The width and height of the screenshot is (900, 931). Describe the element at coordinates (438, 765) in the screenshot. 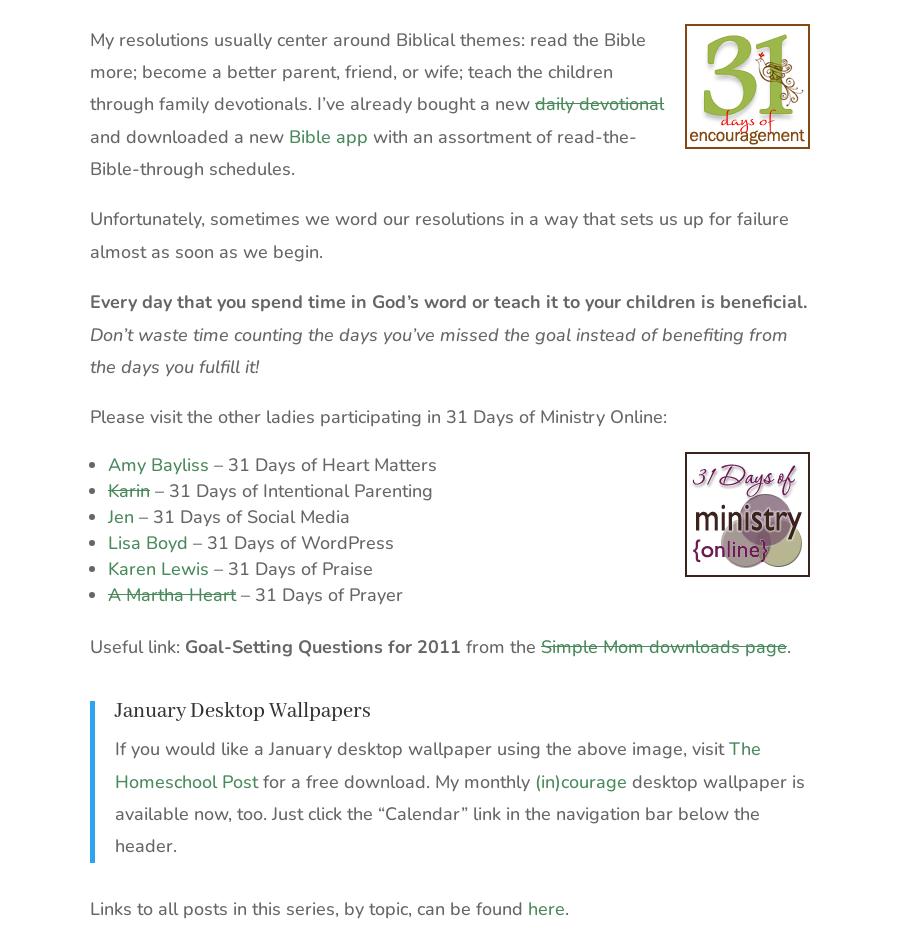

I see `'The Homeschool Post'` at that location.